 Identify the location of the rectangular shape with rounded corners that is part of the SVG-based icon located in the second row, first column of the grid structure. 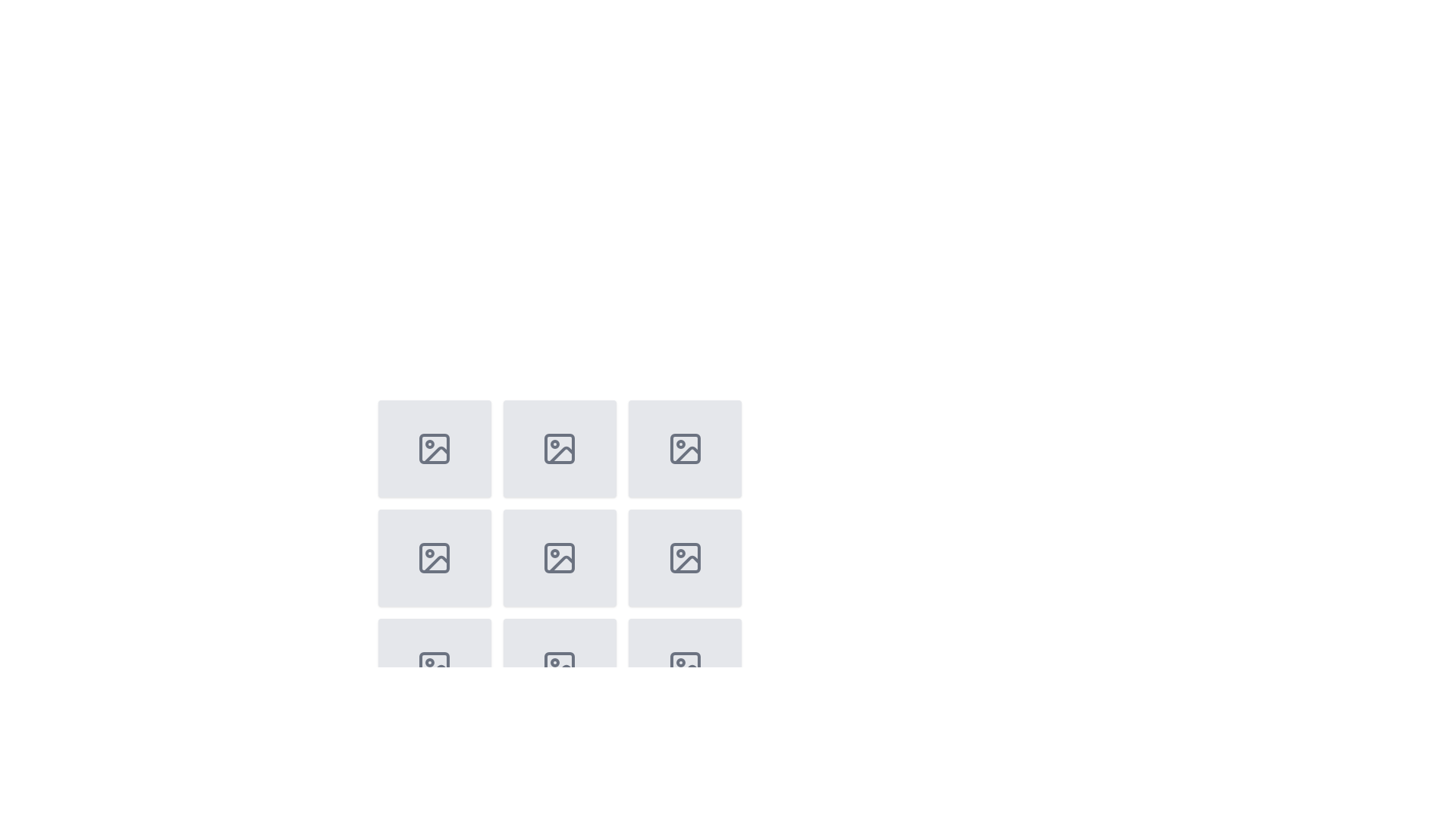
(434, 558).